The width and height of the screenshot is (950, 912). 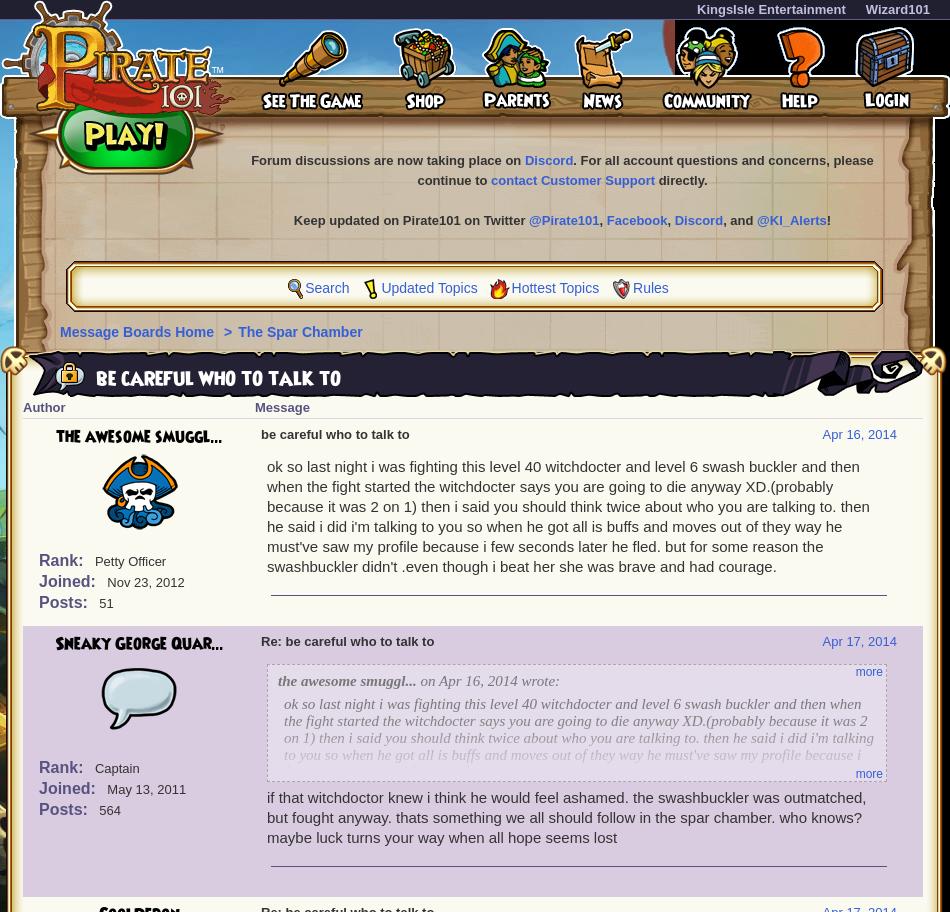 I want to click on 'Forum discussions are now taking place on', so click(x=249, y=160).